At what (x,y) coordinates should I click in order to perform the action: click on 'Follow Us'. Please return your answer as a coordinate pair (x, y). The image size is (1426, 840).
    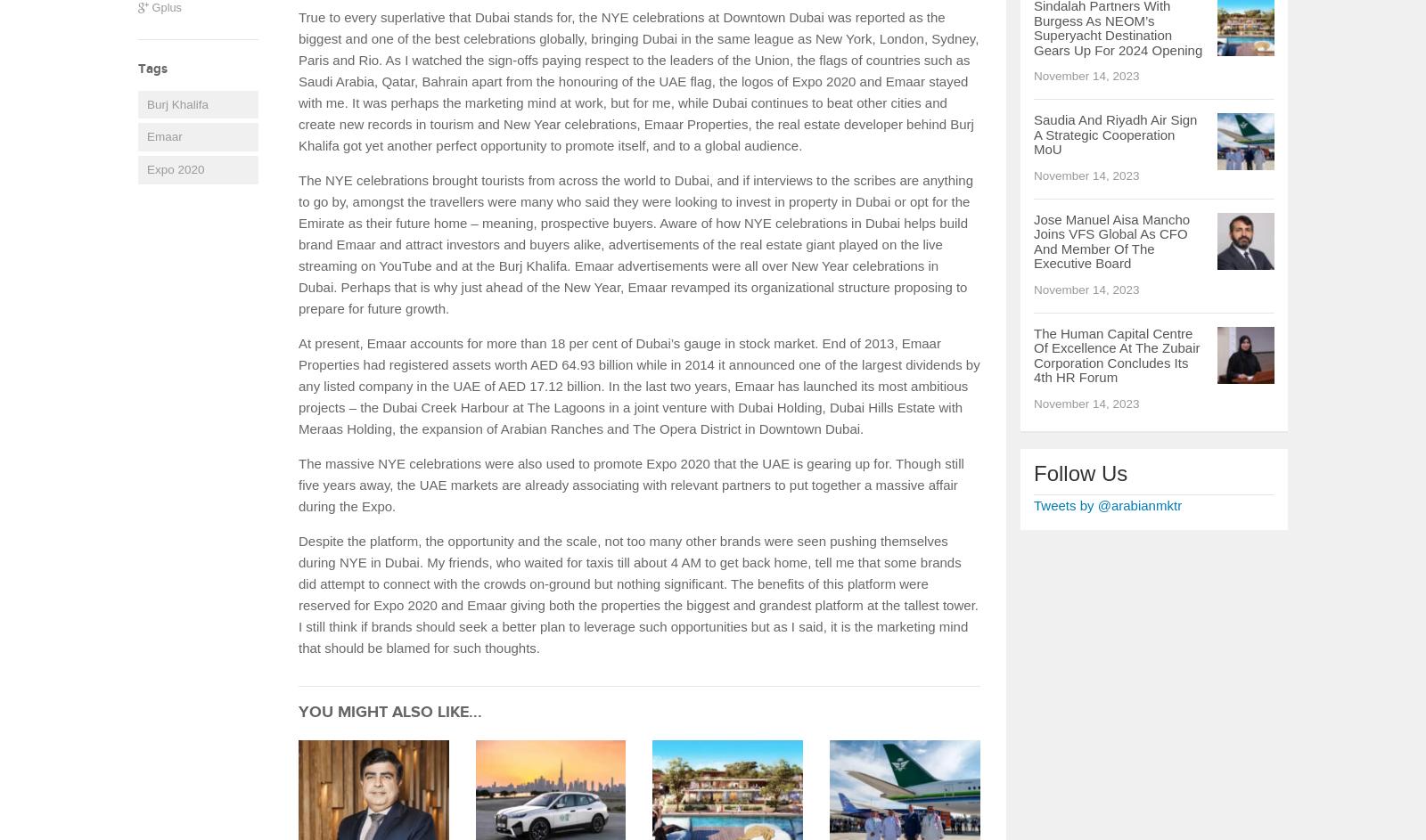
    Looking at the image, I should click on (1079, 472).